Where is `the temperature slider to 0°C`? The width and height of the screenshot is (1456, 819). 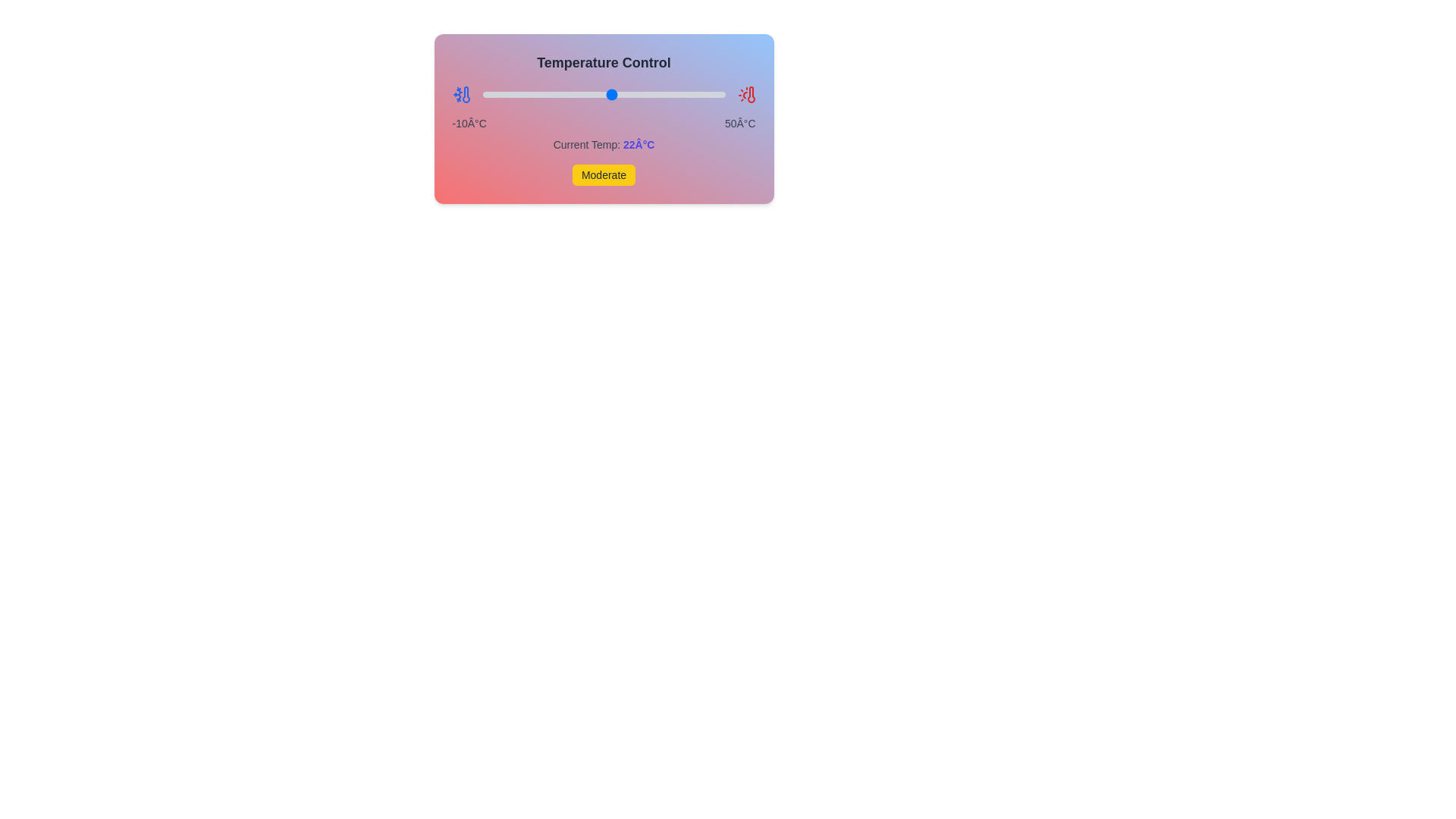 the temperature slider to 0°C is located at coordinates (522, 94).